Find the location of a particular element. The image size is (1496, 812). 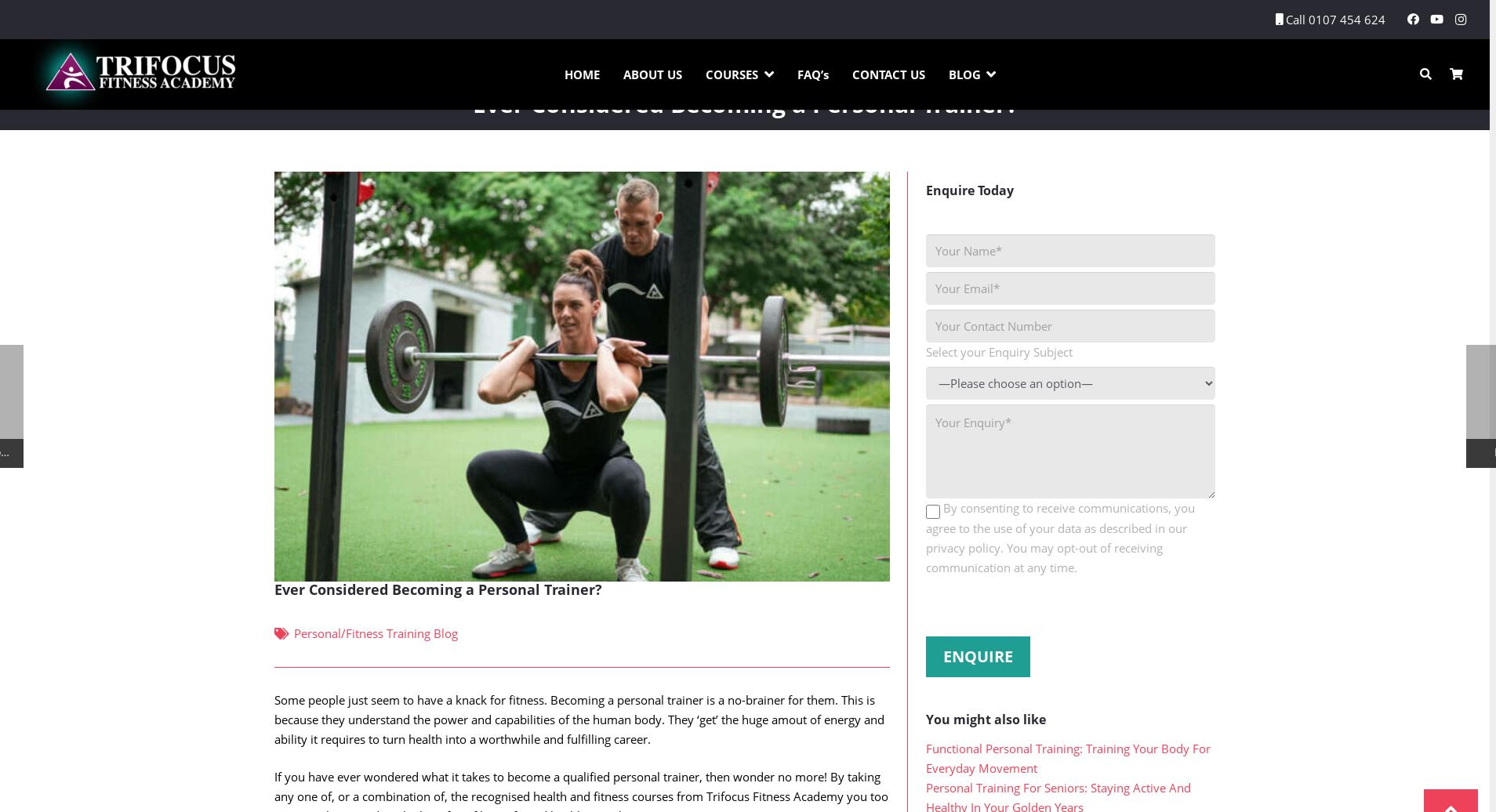

'HOME' is located at coordinates (581, 74).